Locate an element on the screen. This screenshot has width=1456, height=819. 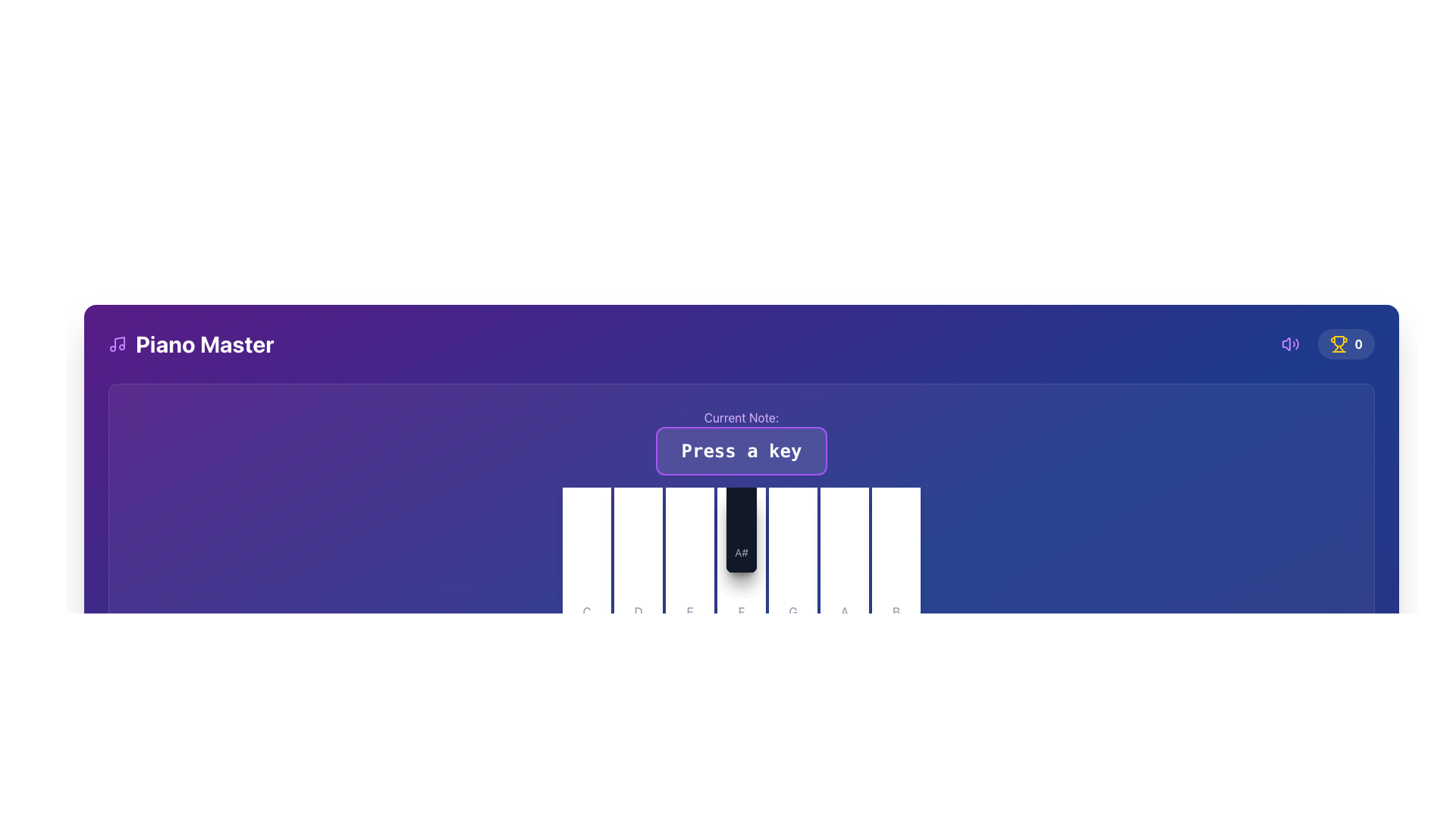
the second white piano key from the left, which is styled to resemble a piano key and has the letter 'D' at its bottom, to play the note is located at coordinates (638, 560).